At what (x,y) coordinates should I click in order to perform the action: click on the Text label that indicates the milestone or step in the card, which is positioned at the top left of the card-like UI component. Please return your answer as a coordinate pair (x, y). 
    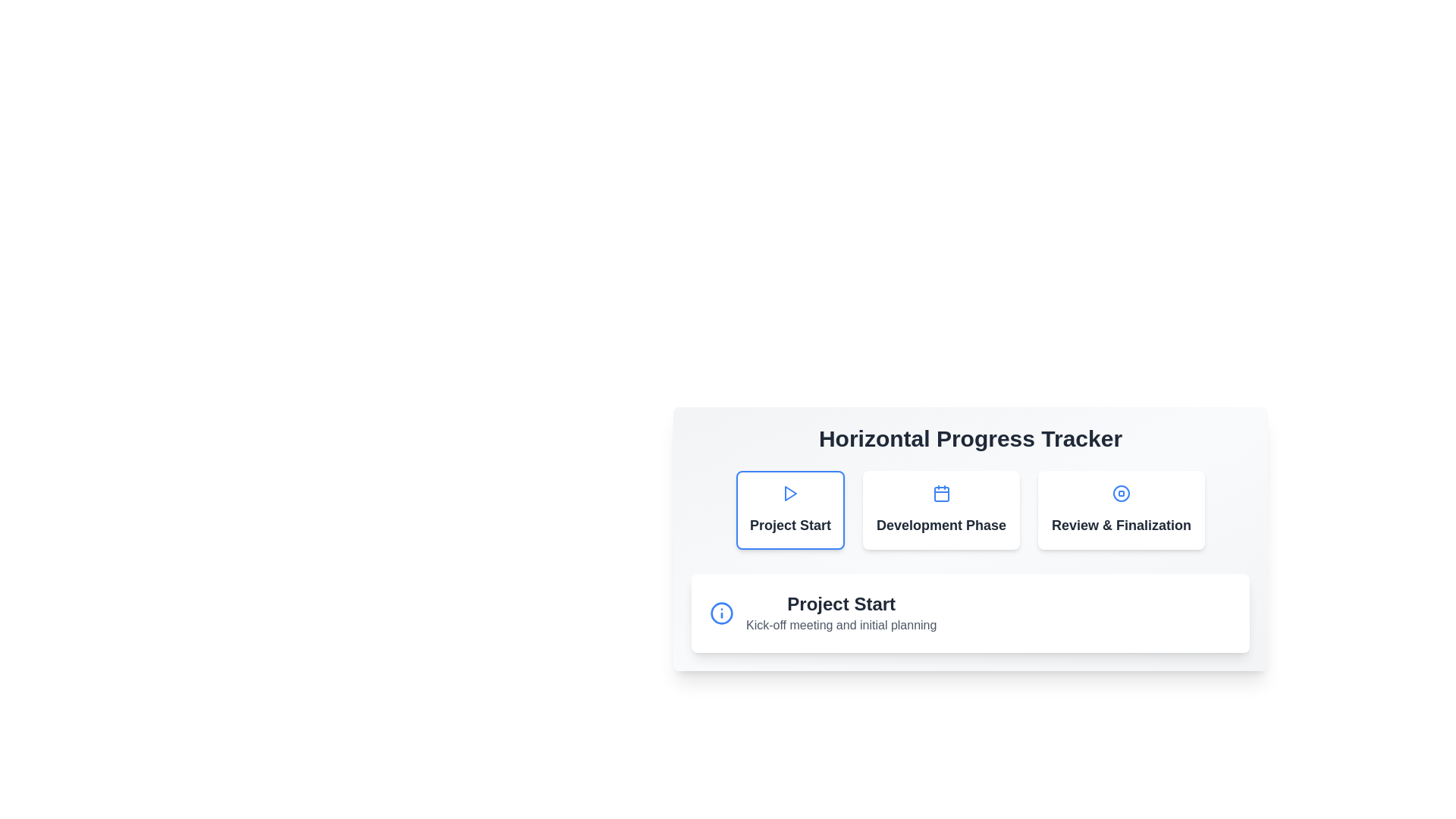
    Looking at the image, I should click on (789, 525).